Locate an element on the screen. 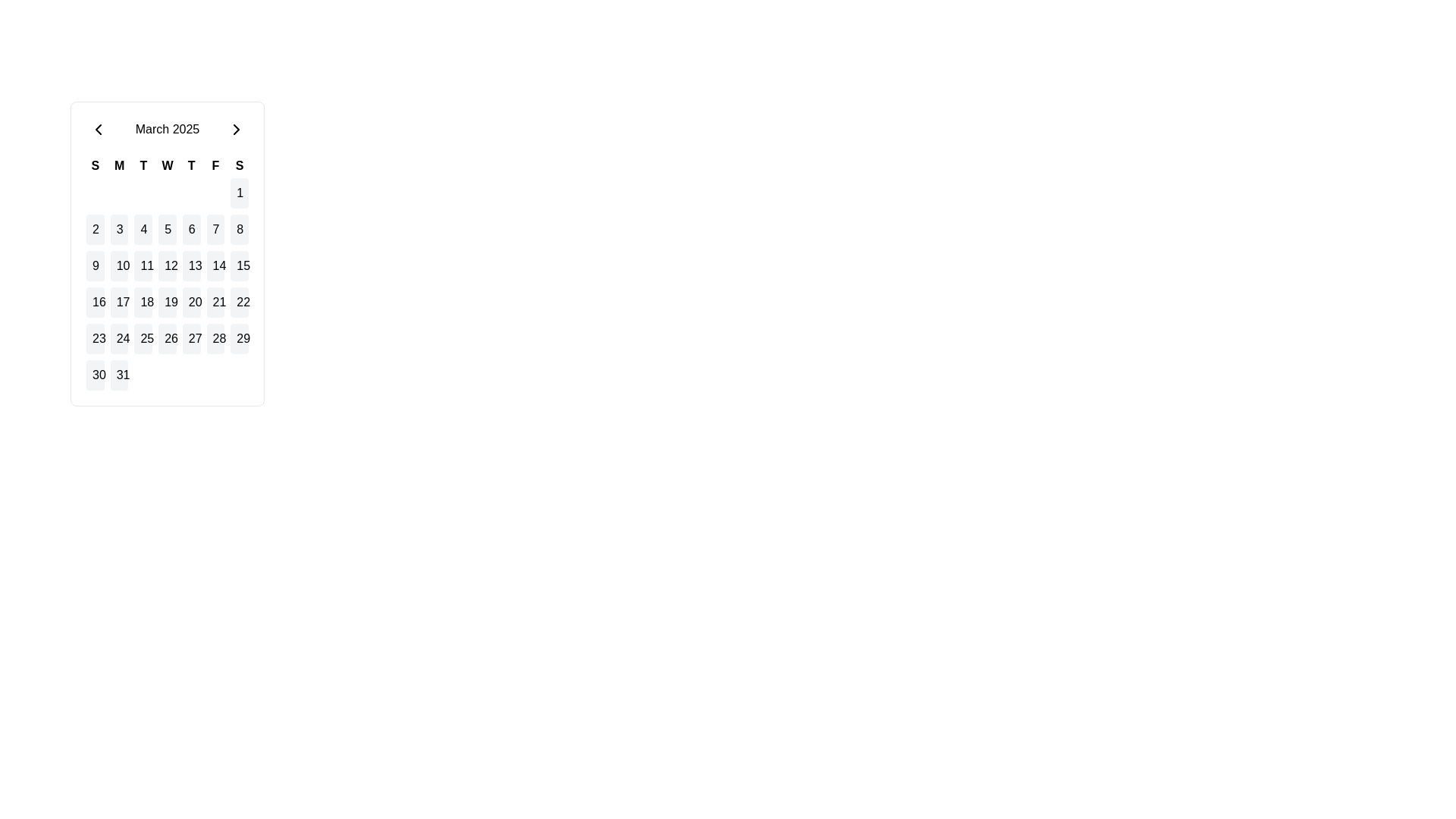 The width and height of the screenshot is (1456, 819). the clickable calendar day cell displaying the number '26' in a centered black font, located in the last row, fifth column of the calendar is located at coordinates (167, 338).